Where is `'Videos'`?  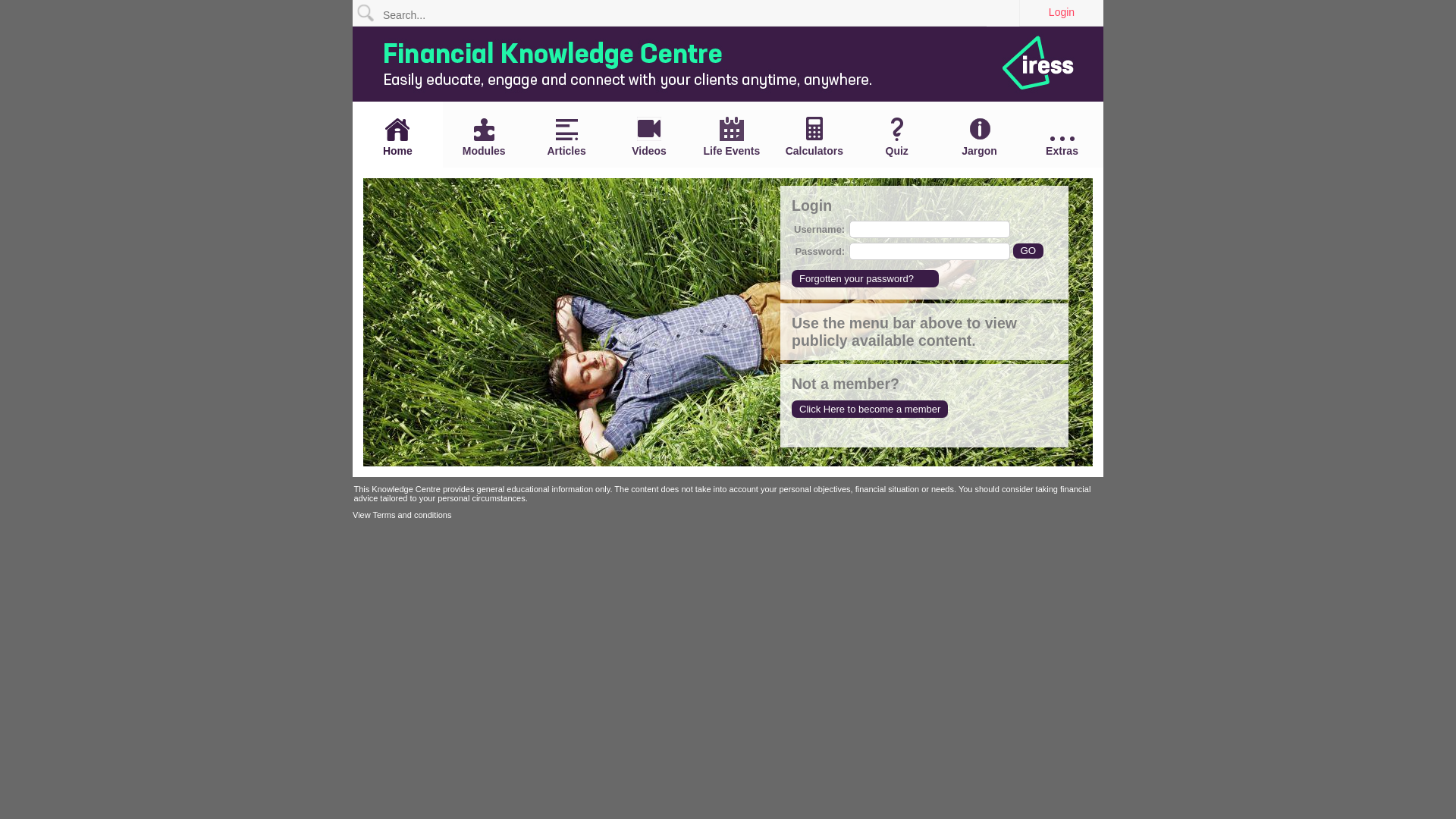
'Videos' is located at coordinates (607, 136).